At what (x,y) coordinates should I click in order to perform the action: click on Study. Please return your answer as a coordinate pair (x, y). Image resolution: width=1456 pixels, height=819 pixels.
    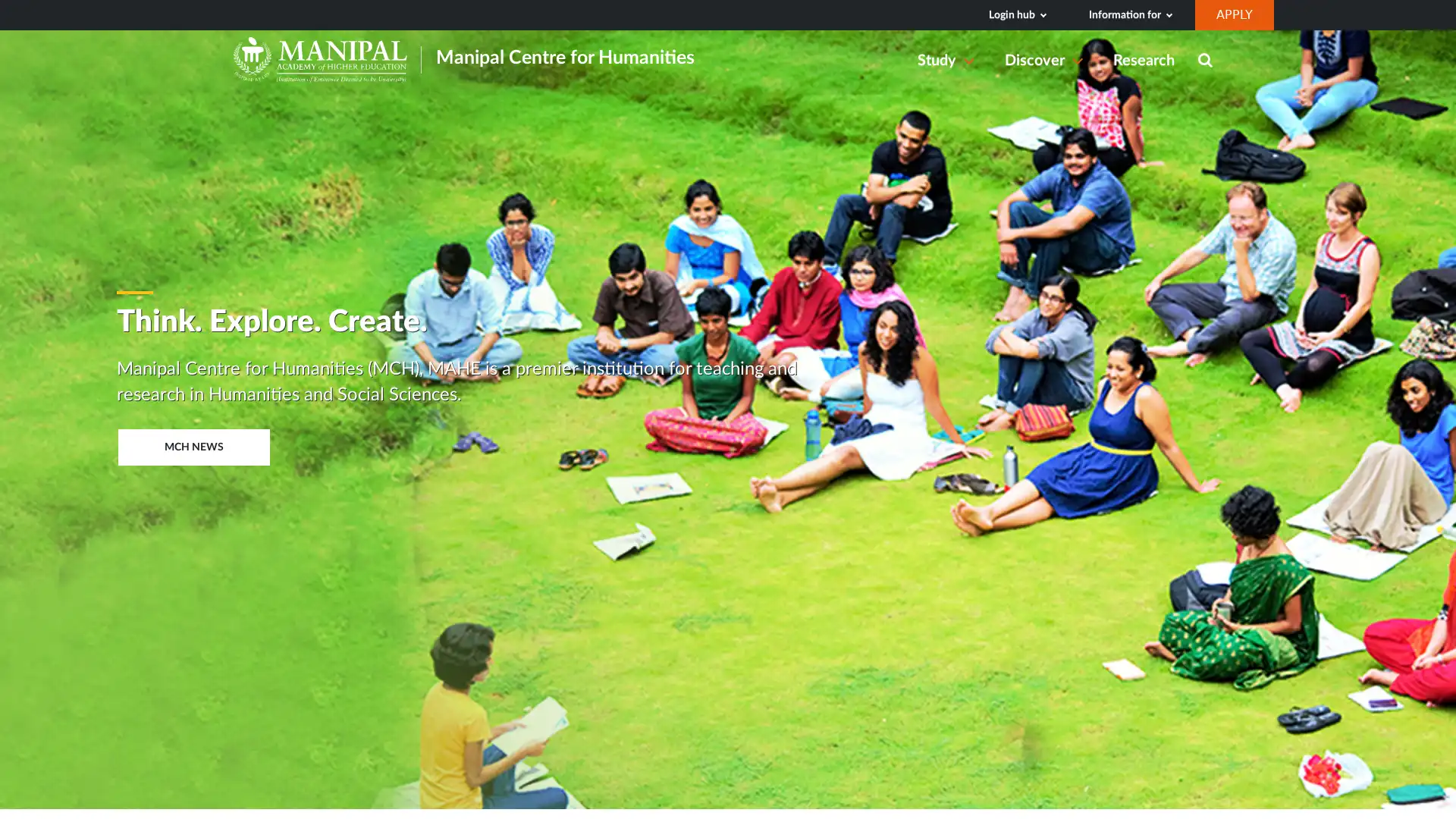
    Looking at the image, I should click on (949, 60).